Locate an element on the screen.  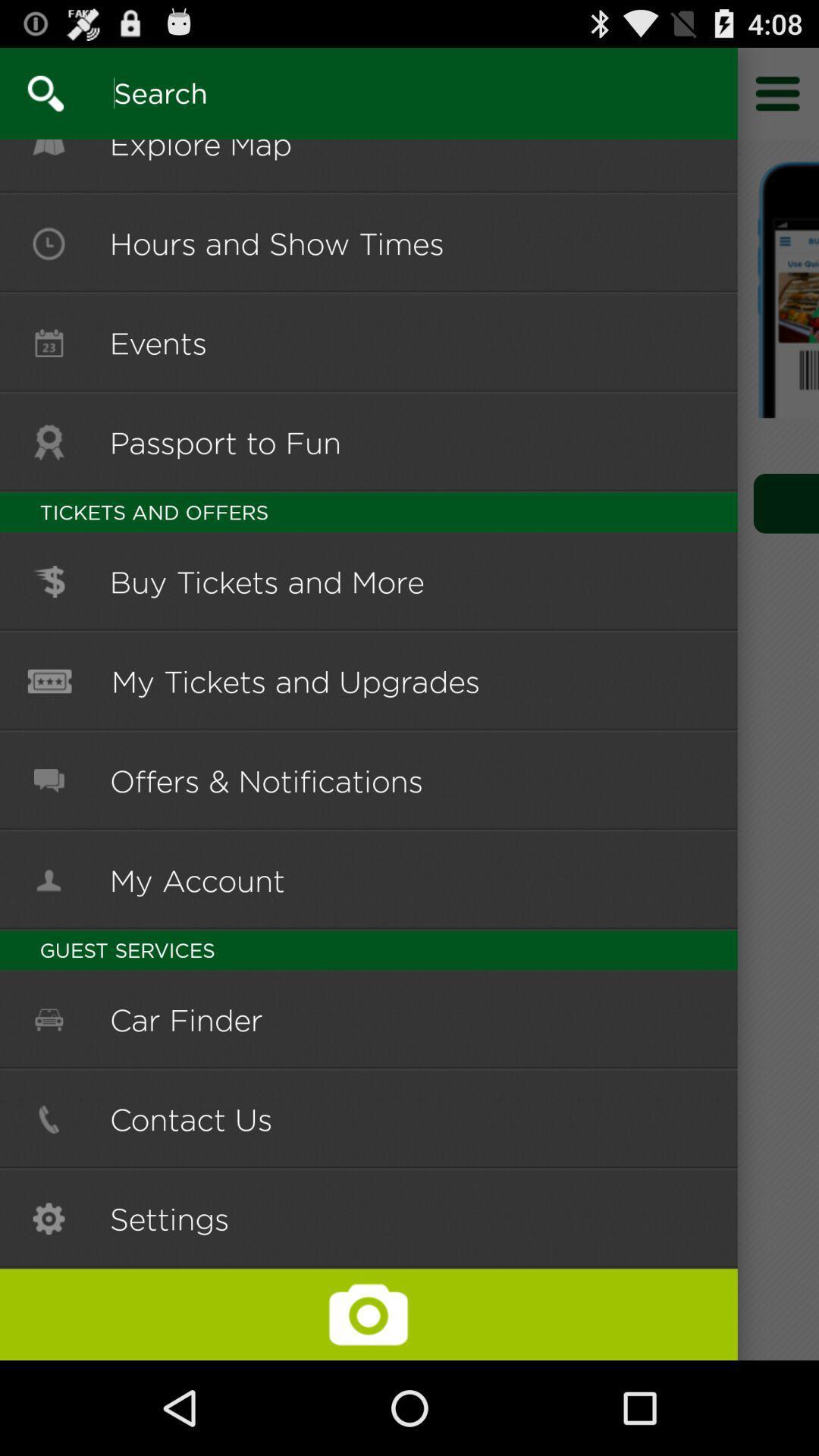
search is located at coordinates (32, 93).